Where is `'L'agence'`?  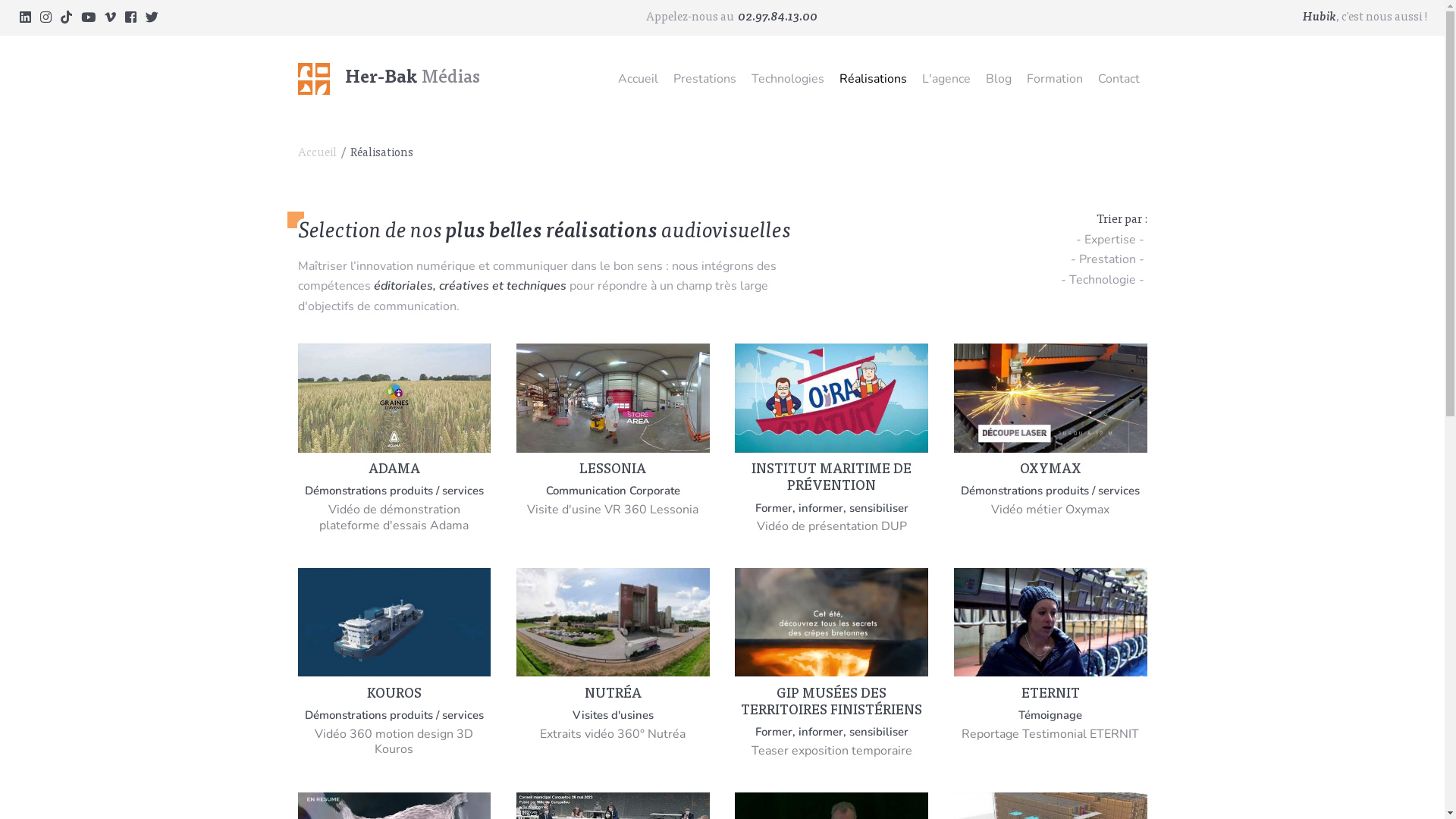
'L'agence' is located at coordinates (913, 79).